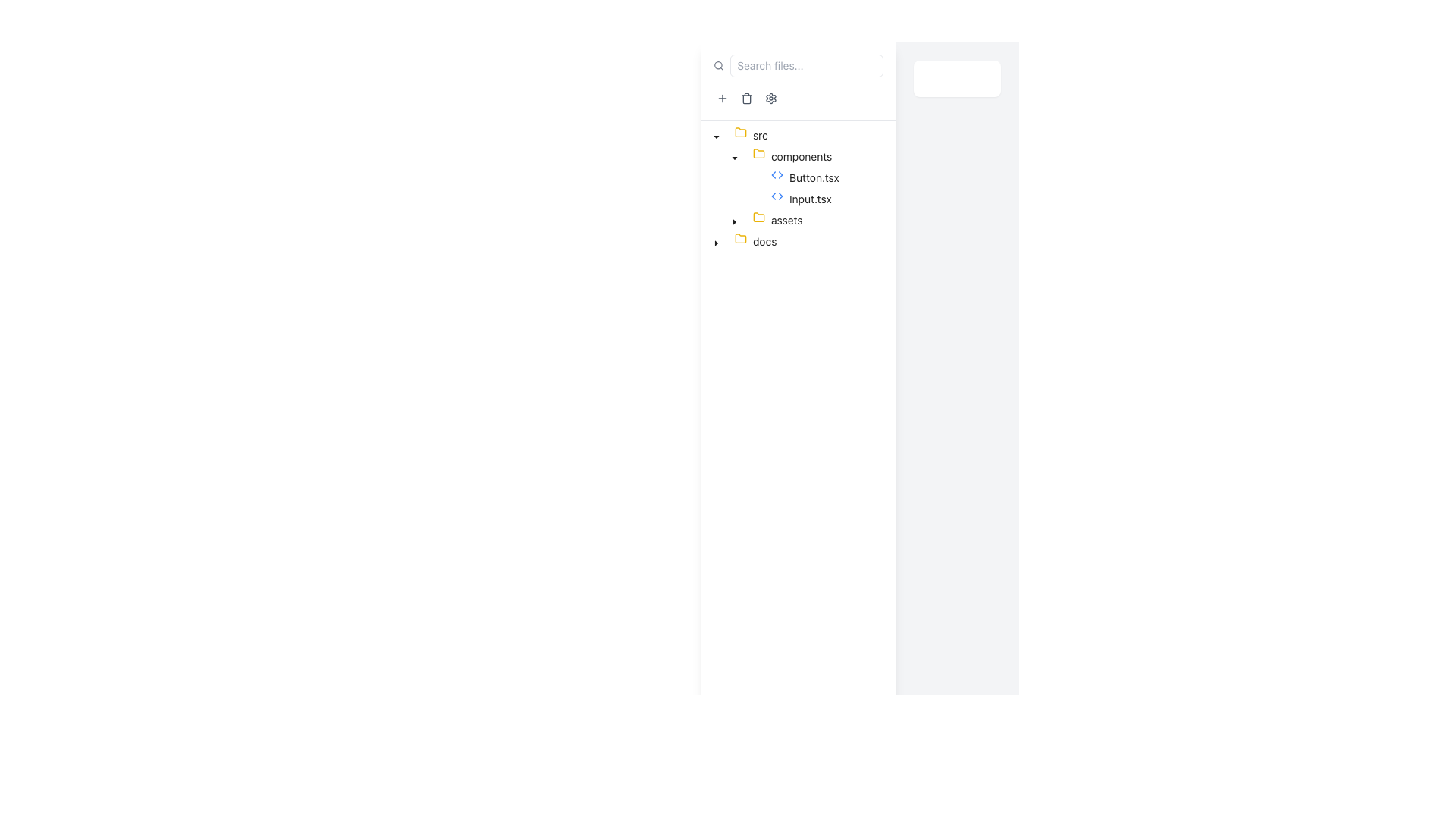 This screenshot has height=819, width=1456. What do you see at coordinates (735, 157) in the screenshot?
I see `the triangular toggle button icon indicating an open state for the collapsible tree node, located to the left of the 'components' label in the navigation panel` at bounding box center [735, 157].